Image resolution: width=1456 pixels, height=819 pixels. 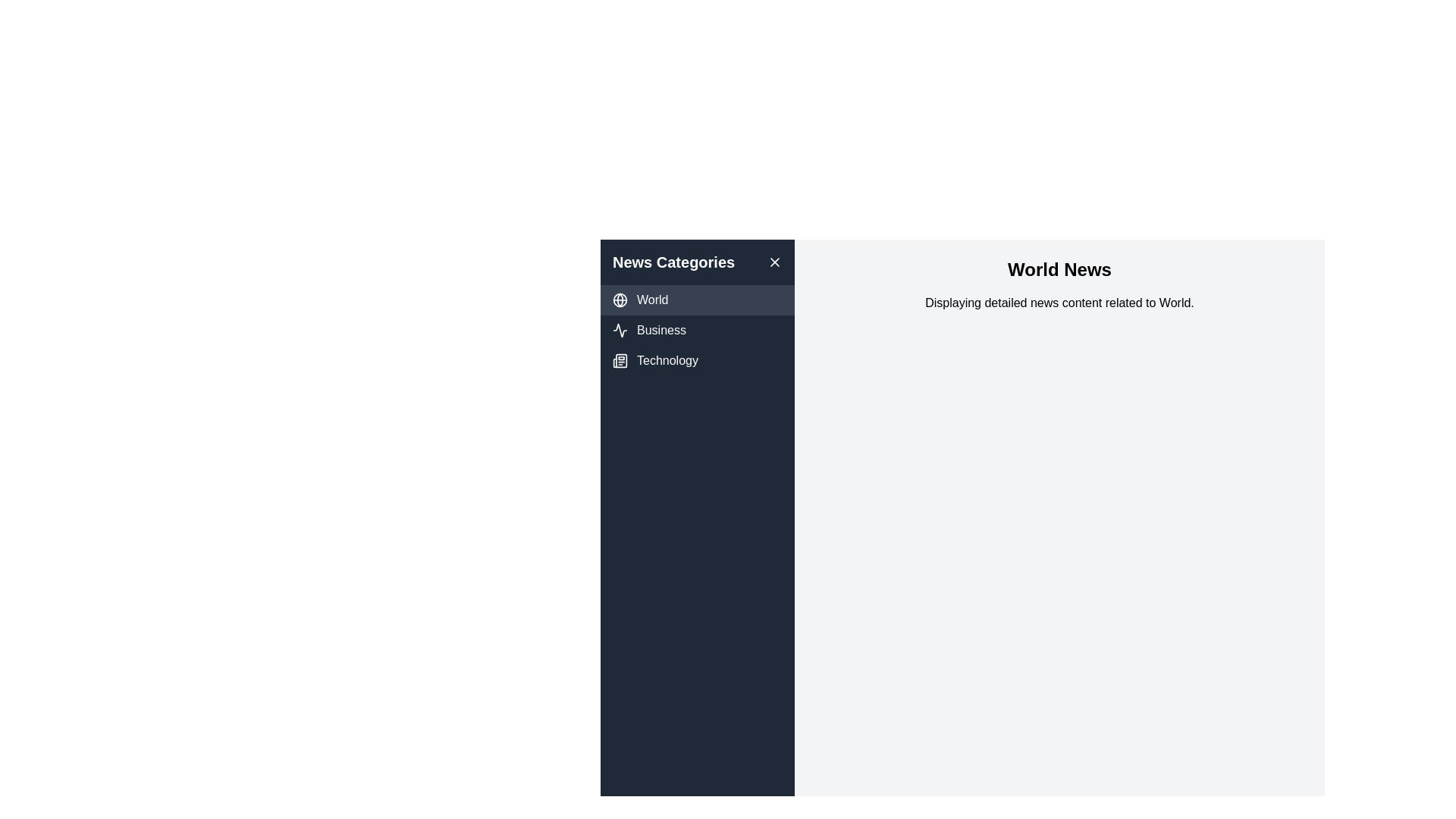 I want to click on the news category Technology to observe the hover effect, so click(x=697, y=360).